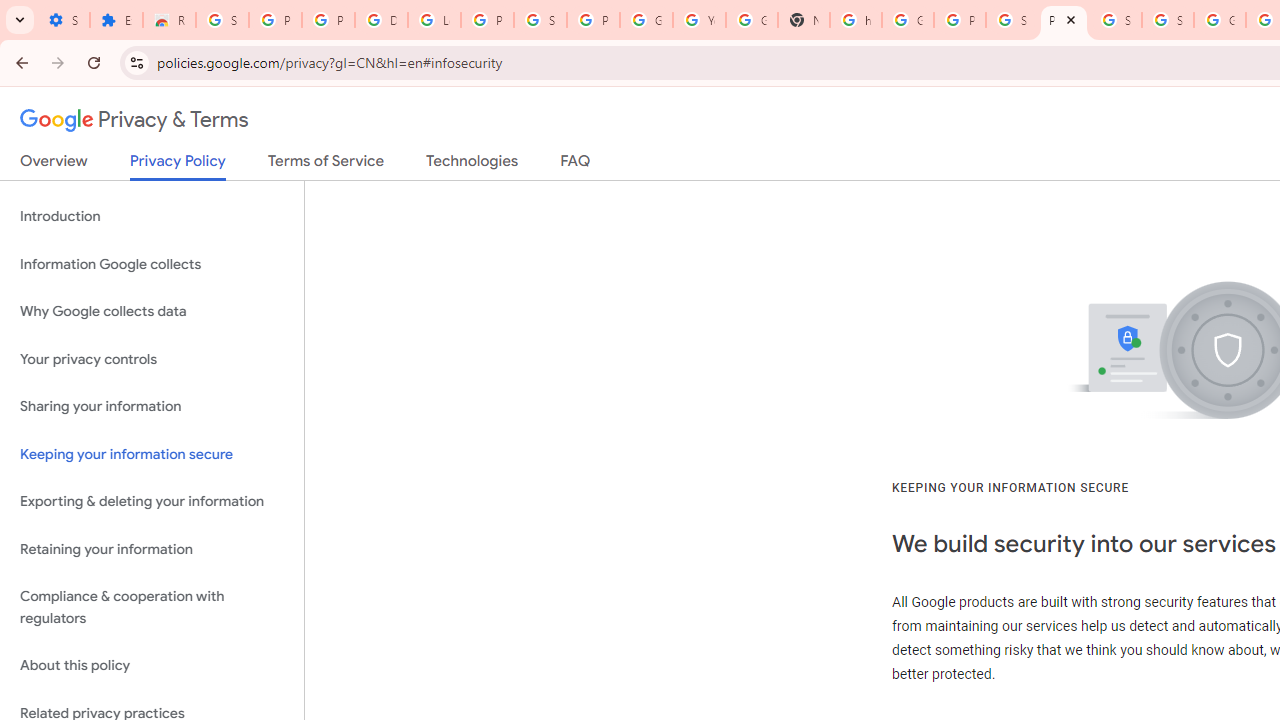 The image size is (1280, 720). What do you see at coordinates (169, 20) in the screenshot?
I see `'Reviews: Helix Fruit Jump Arcade Game'` at bounding box center [169, 20].